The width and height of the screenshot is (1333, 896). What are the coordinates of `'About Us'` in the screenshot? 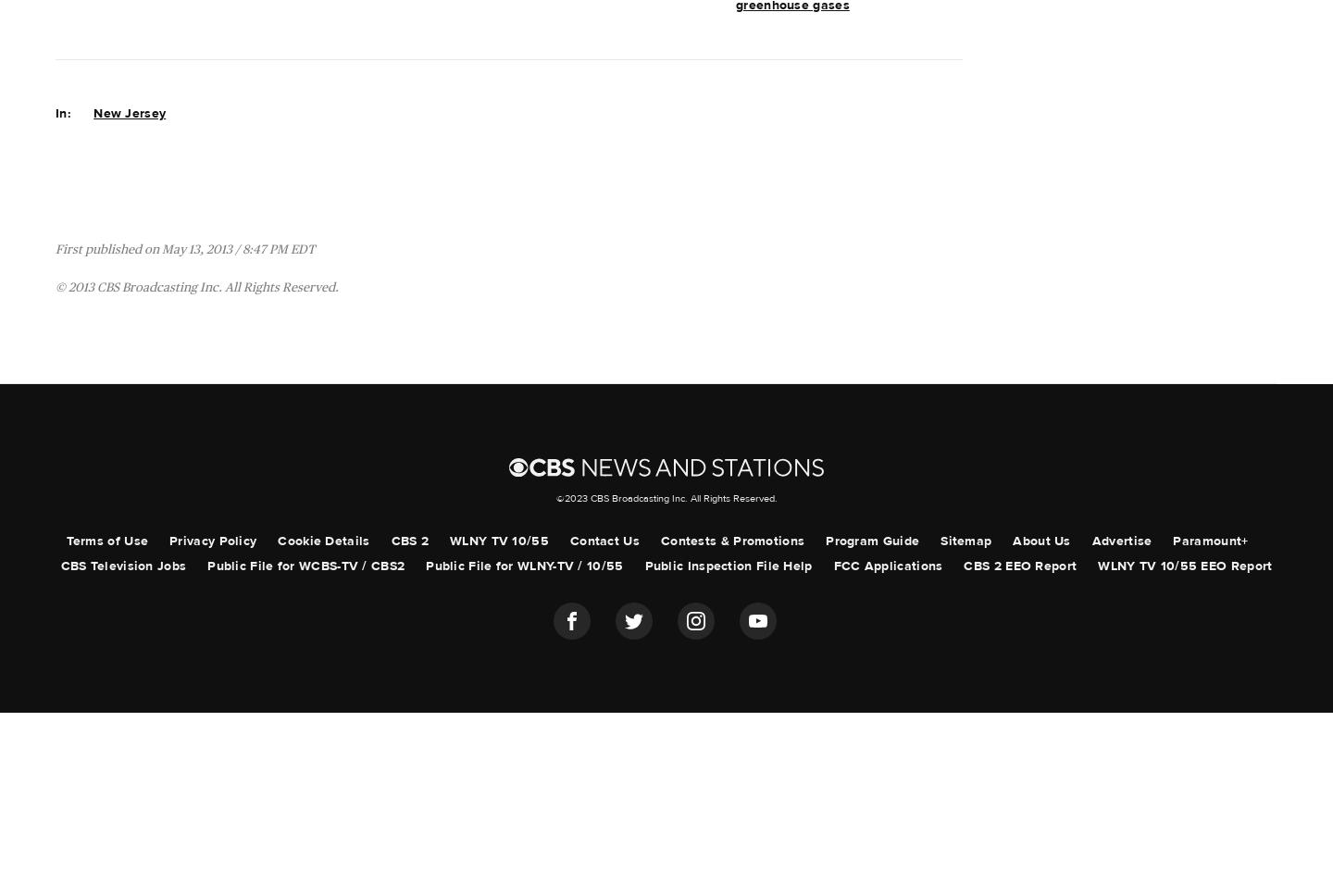 It's located at (1040, 541).